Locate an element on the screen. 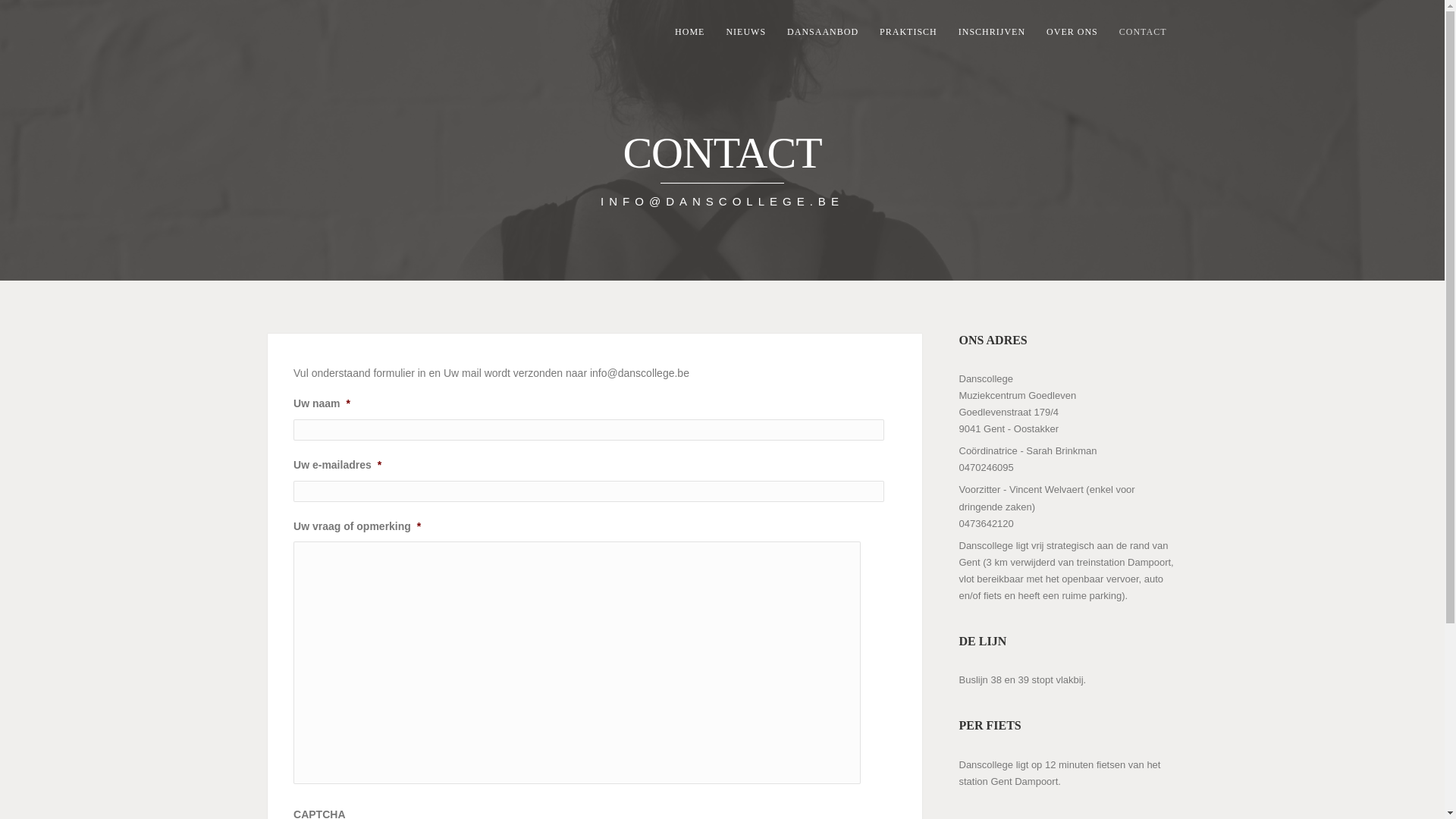 This screenshot has height=819, width=1456. 'INSCHRIJVEN' is located at coordinates (991, 32).